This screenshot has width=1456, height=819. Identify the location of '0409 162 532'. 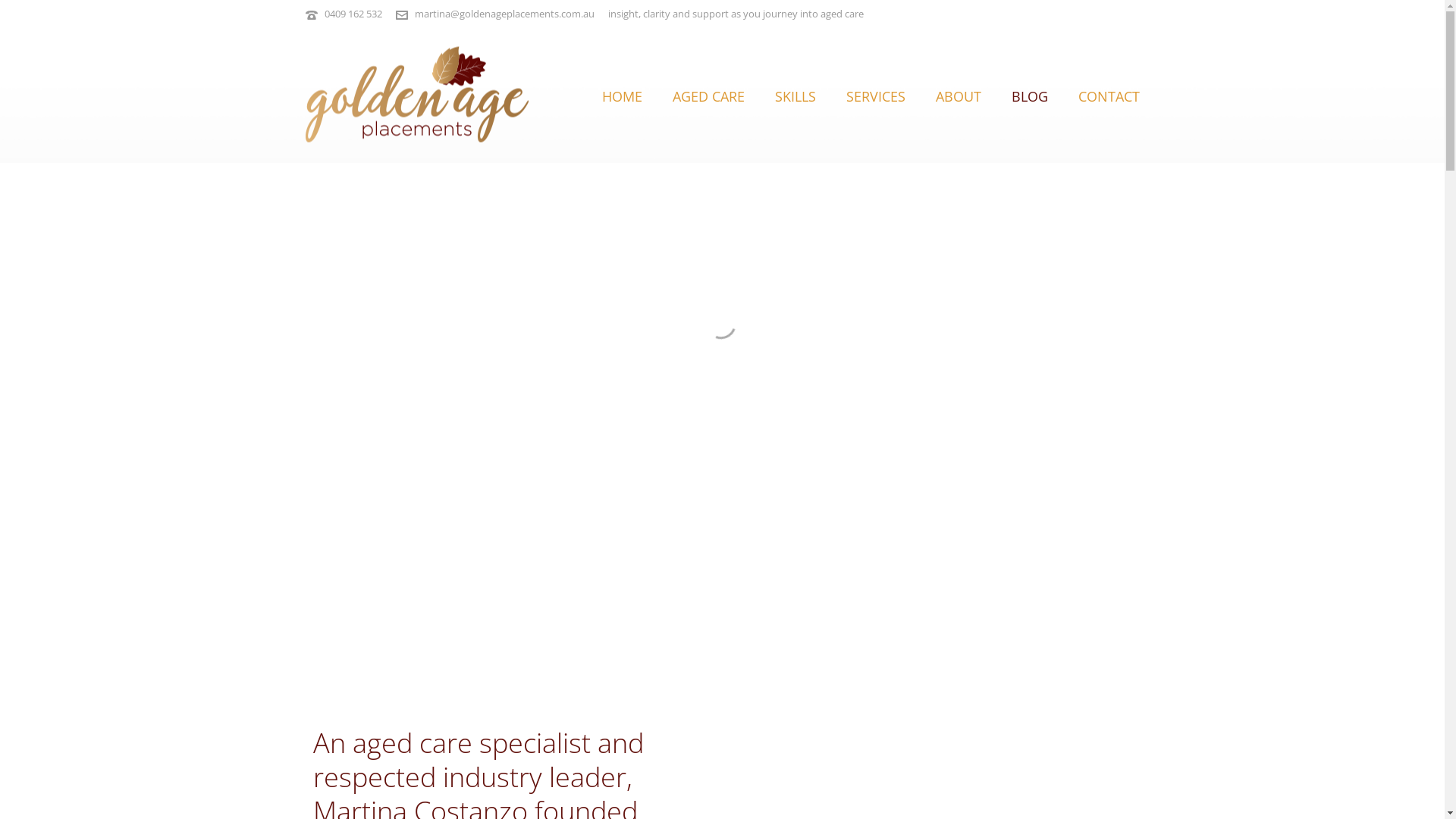
(352, 14).